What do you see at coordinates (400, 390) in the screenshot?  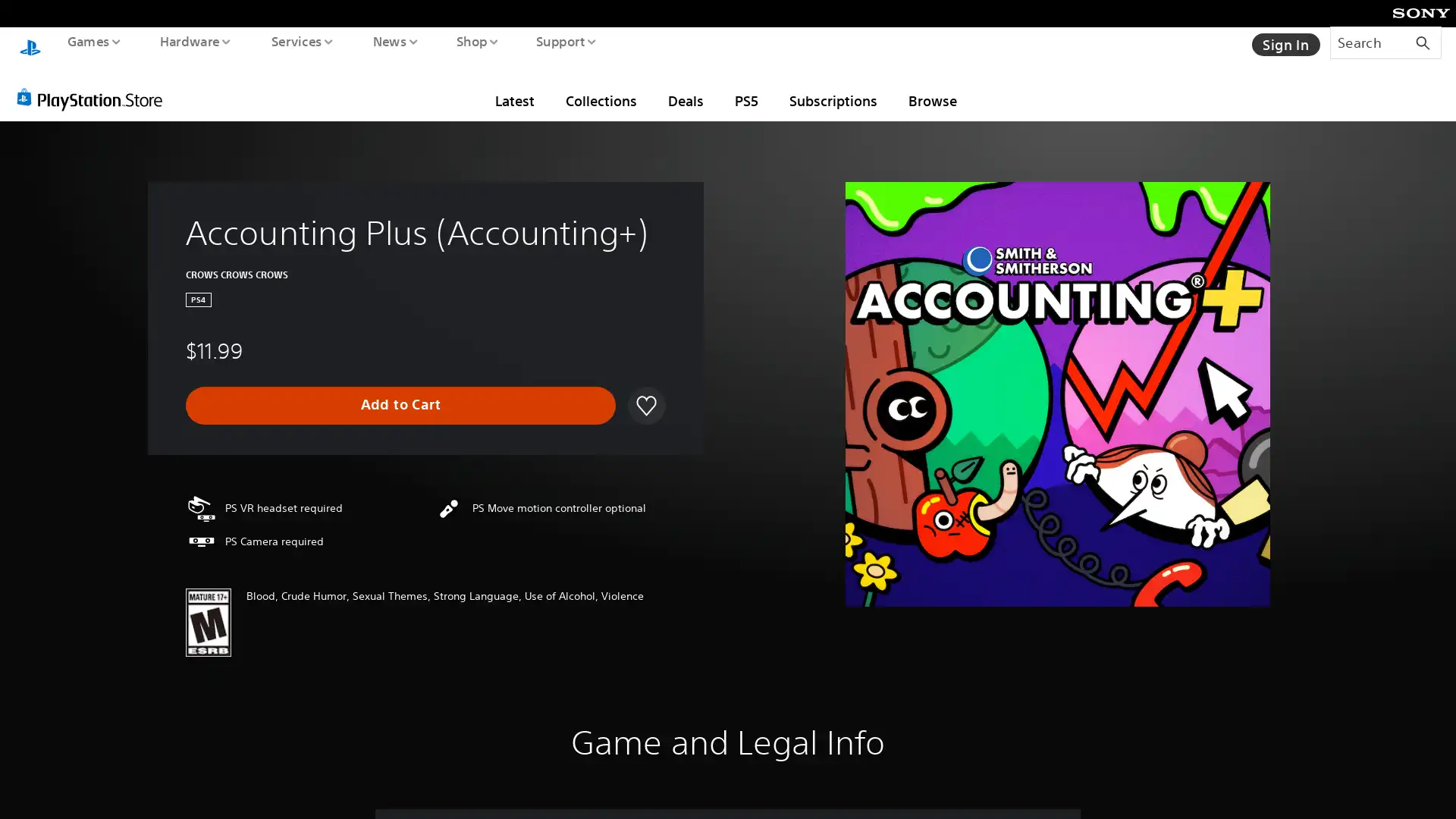 I see `Add to Cart` at bounding box center [400, 390].